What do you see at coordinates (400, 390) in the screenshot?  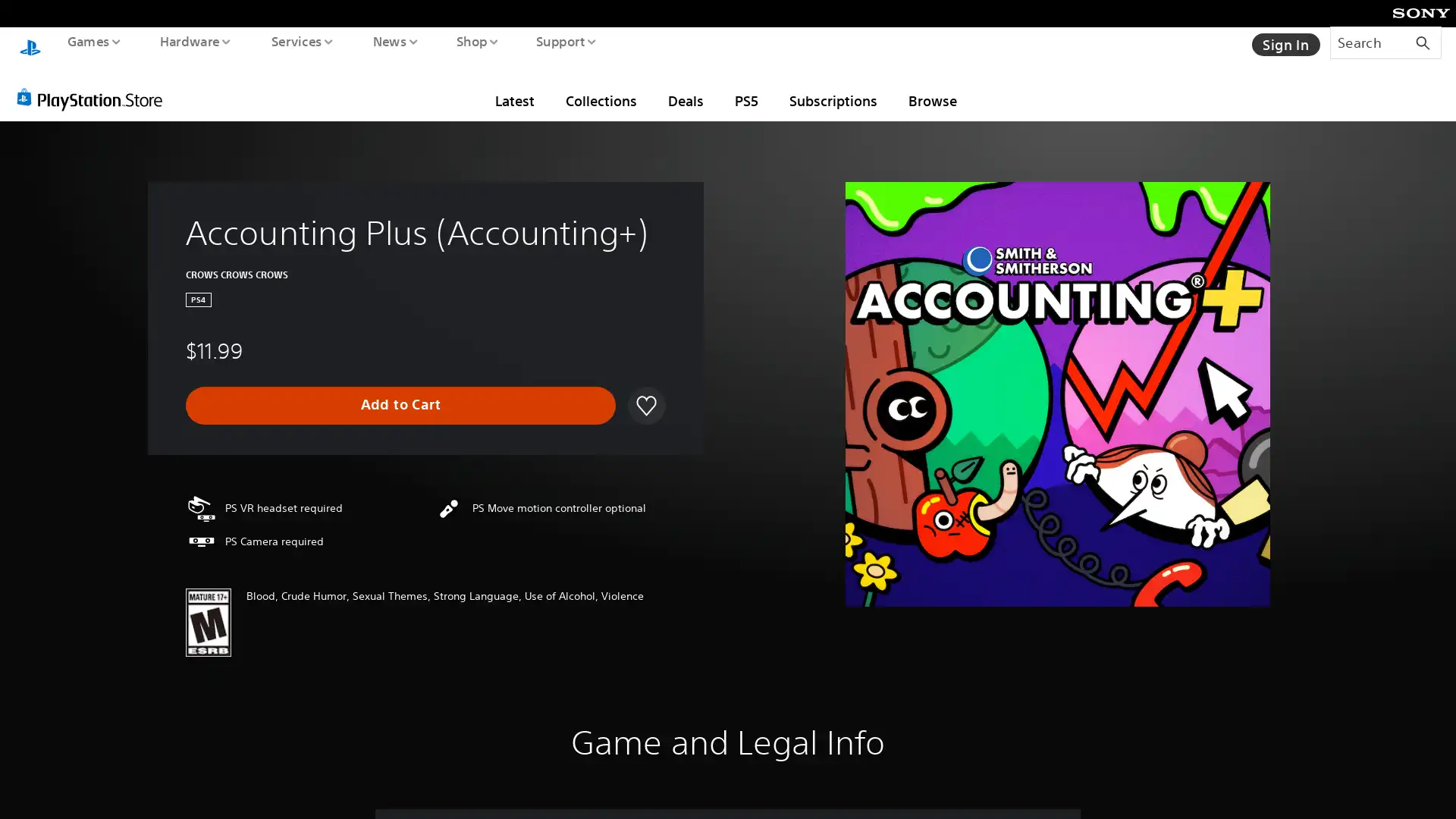 I see `Add to Cart` at bounding box center [400, 390].